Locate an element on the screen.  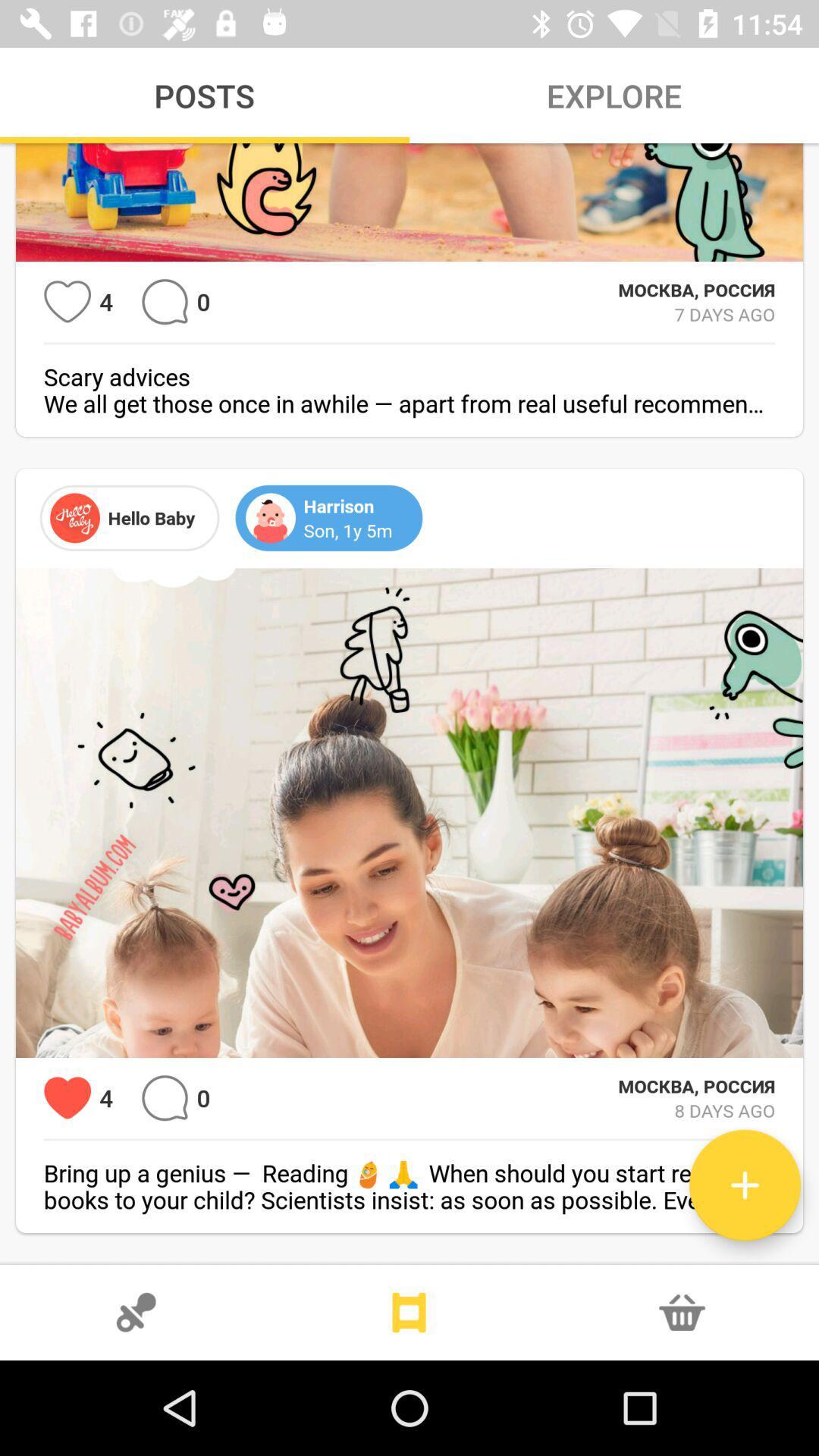
etc is located at coordinates (165, 302).